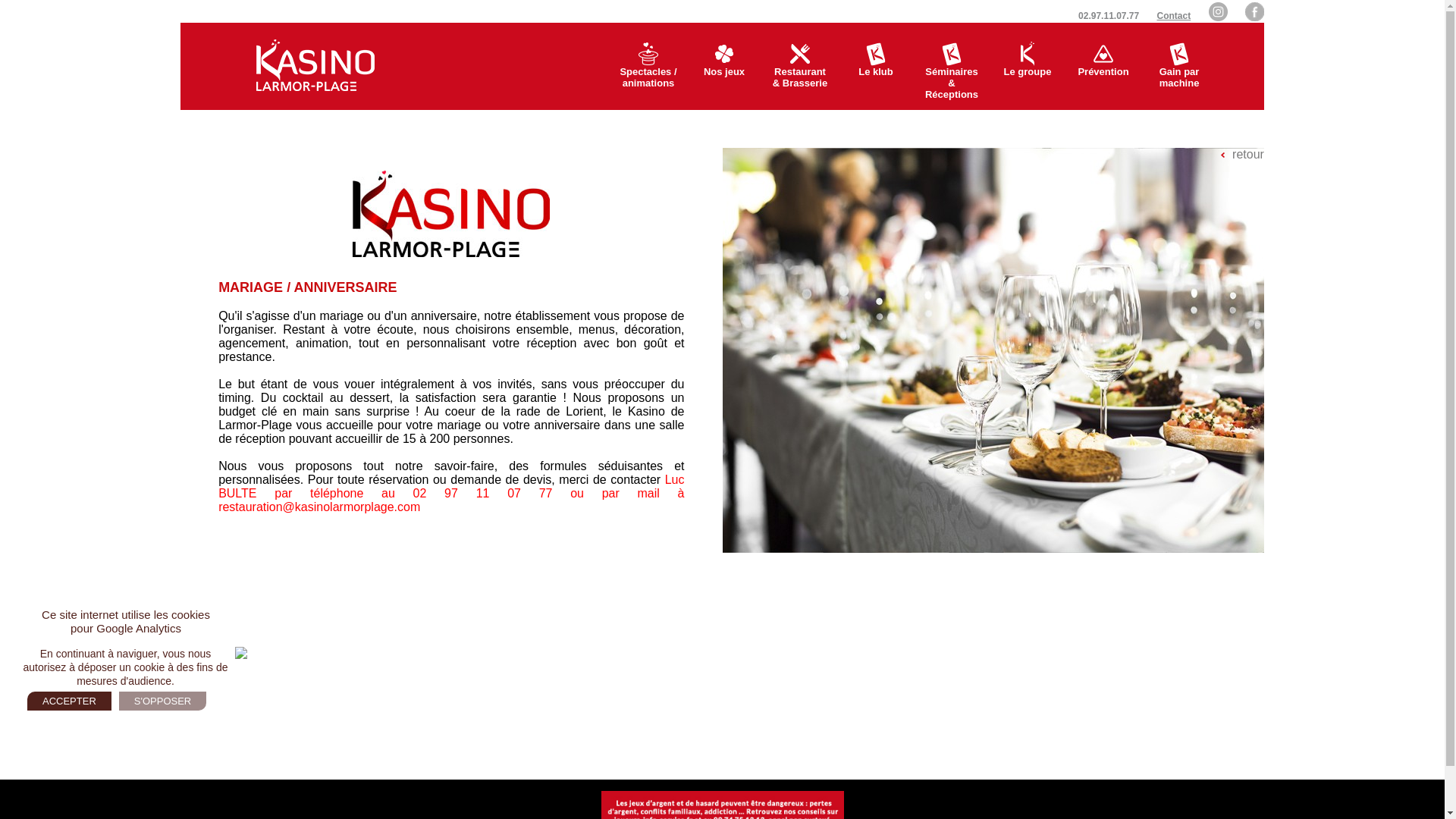  Describe the element at coordinates (1173, 15) in the screenshot. I see `'Contact'` at that location.